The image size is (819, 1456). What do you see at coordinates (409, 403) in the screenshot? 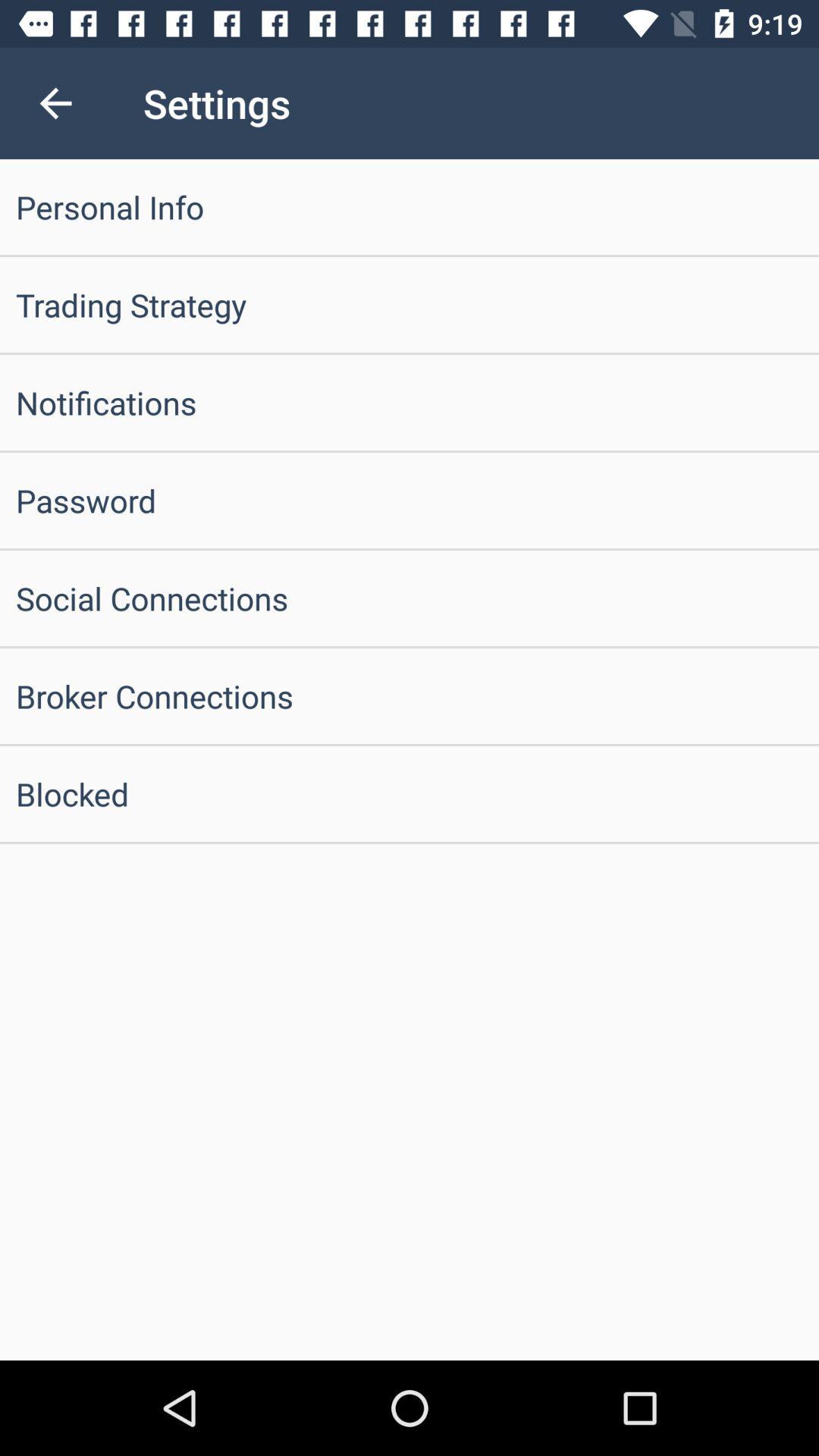
I see `the item above password icon` at bounding box center [409, 403].